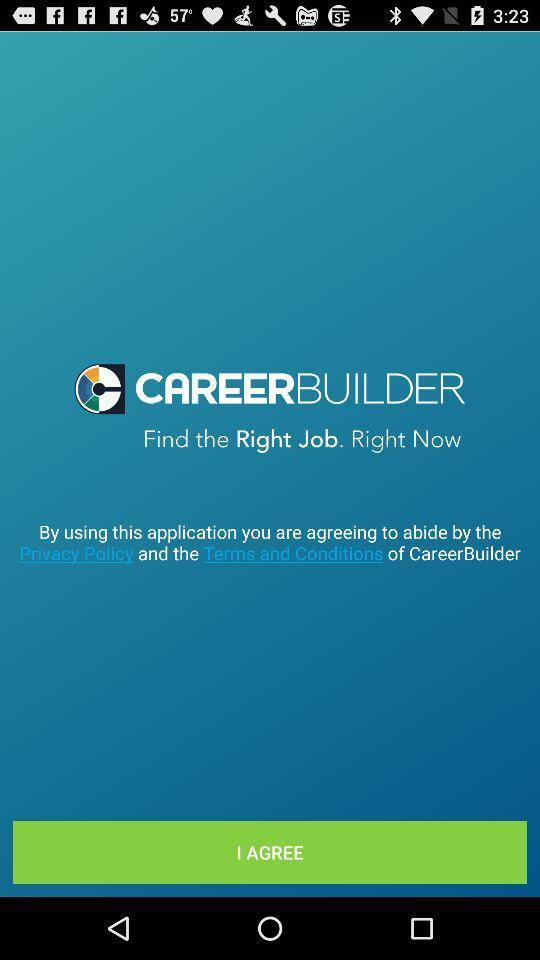  Describe the element at coordinates (270, 542) in the screenshot. I see `the icon above i agree` at that location.